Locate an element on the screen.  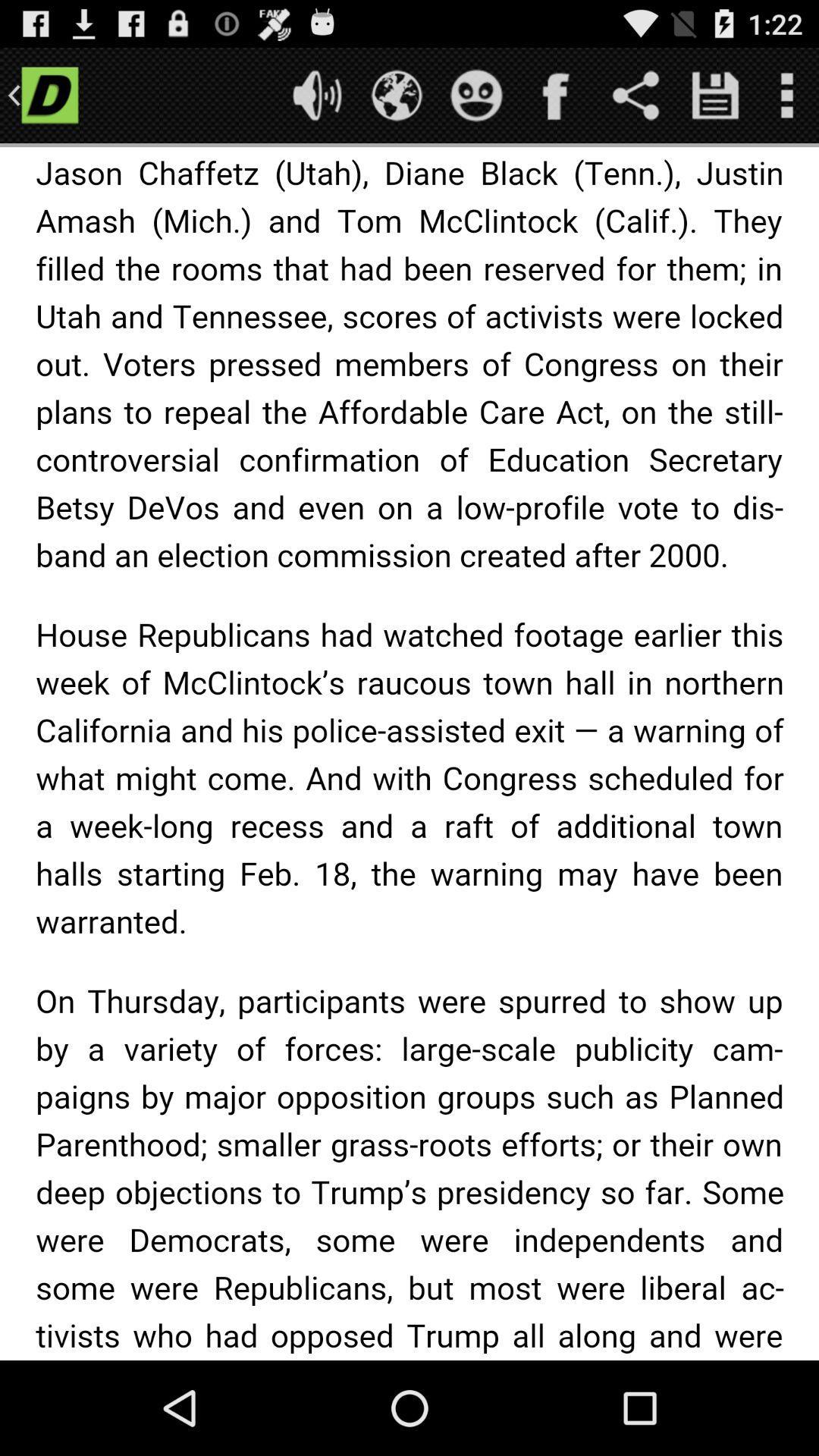
share the article is located at coordinates (635, 94).